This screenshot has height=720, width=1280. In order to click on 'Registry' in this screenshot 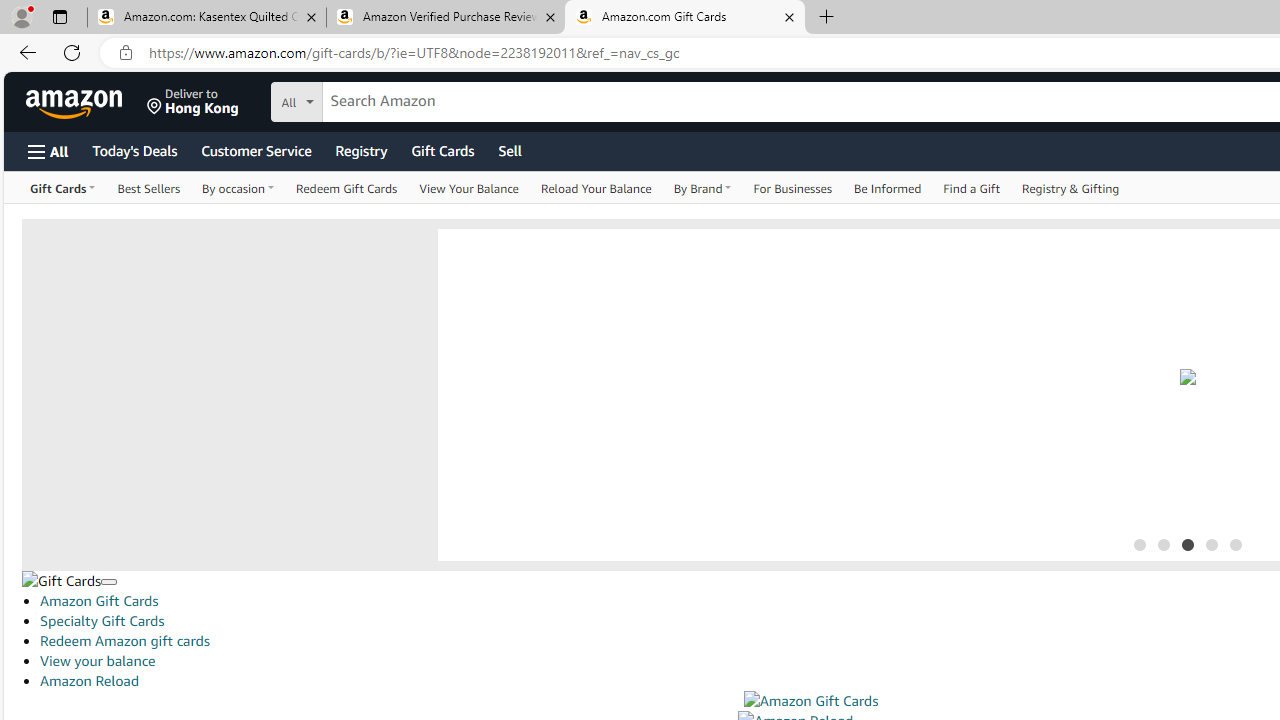, I will do `click(360, 149)`.